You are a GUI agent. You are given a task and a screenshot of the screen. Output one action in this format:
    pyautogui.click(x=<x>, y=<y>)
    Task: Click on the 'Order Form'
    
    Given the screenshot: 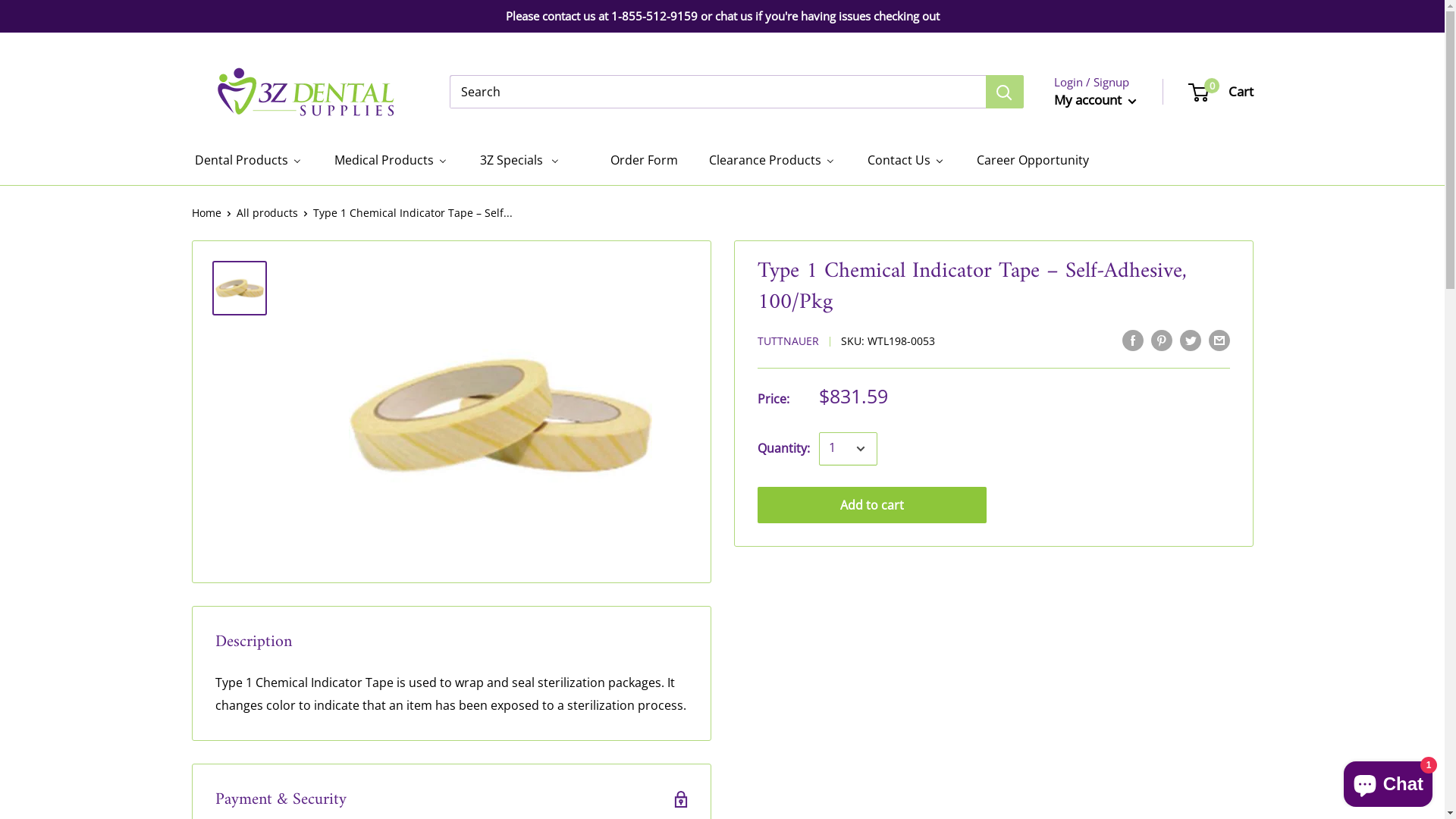 What is the action you would take?
    pyautogui.click(x=633, y=160)
    